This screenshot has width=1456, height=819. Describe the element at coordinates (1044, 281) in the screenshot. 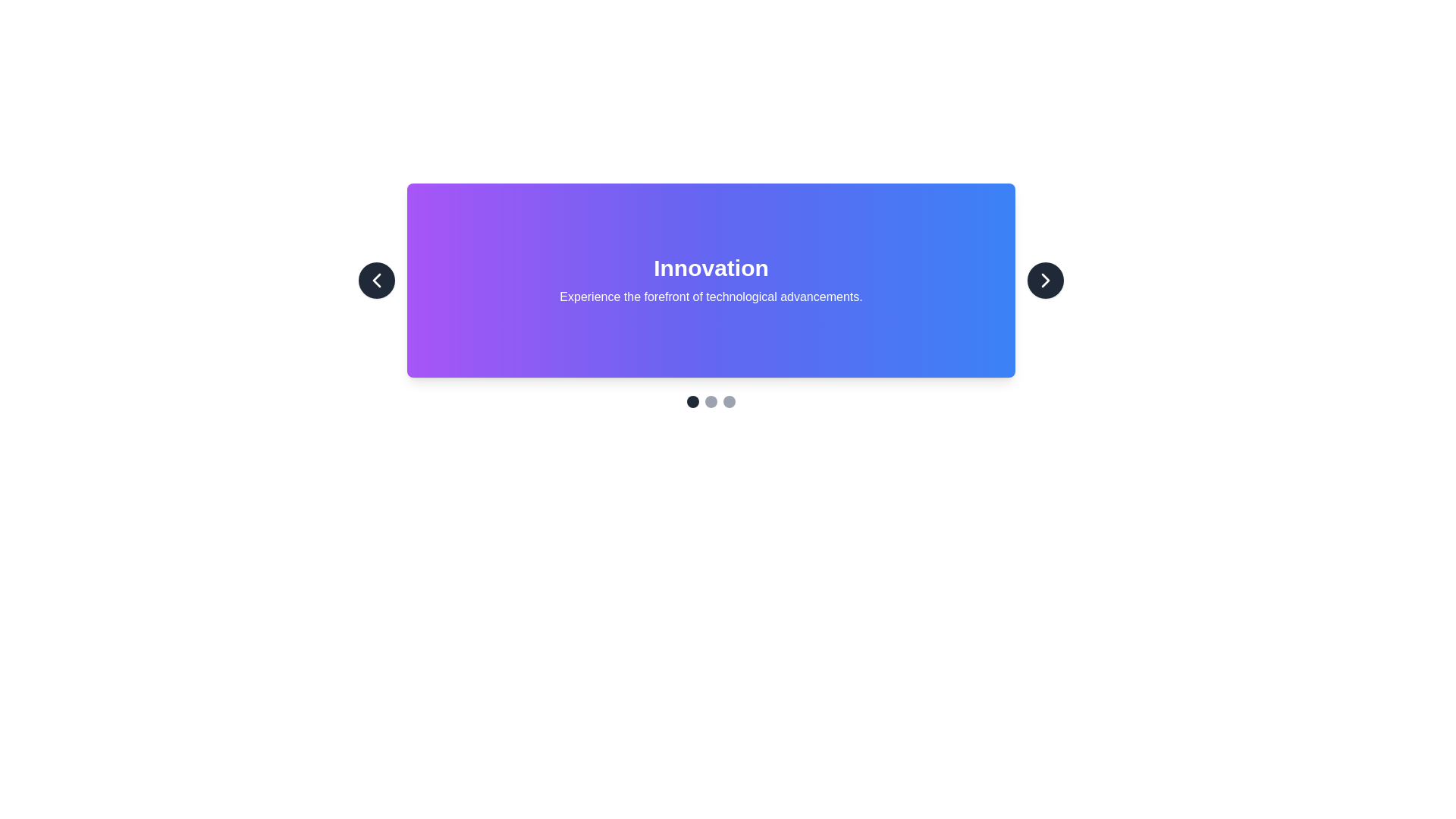

I see `the right navigation button icon for the carousel` at that location.